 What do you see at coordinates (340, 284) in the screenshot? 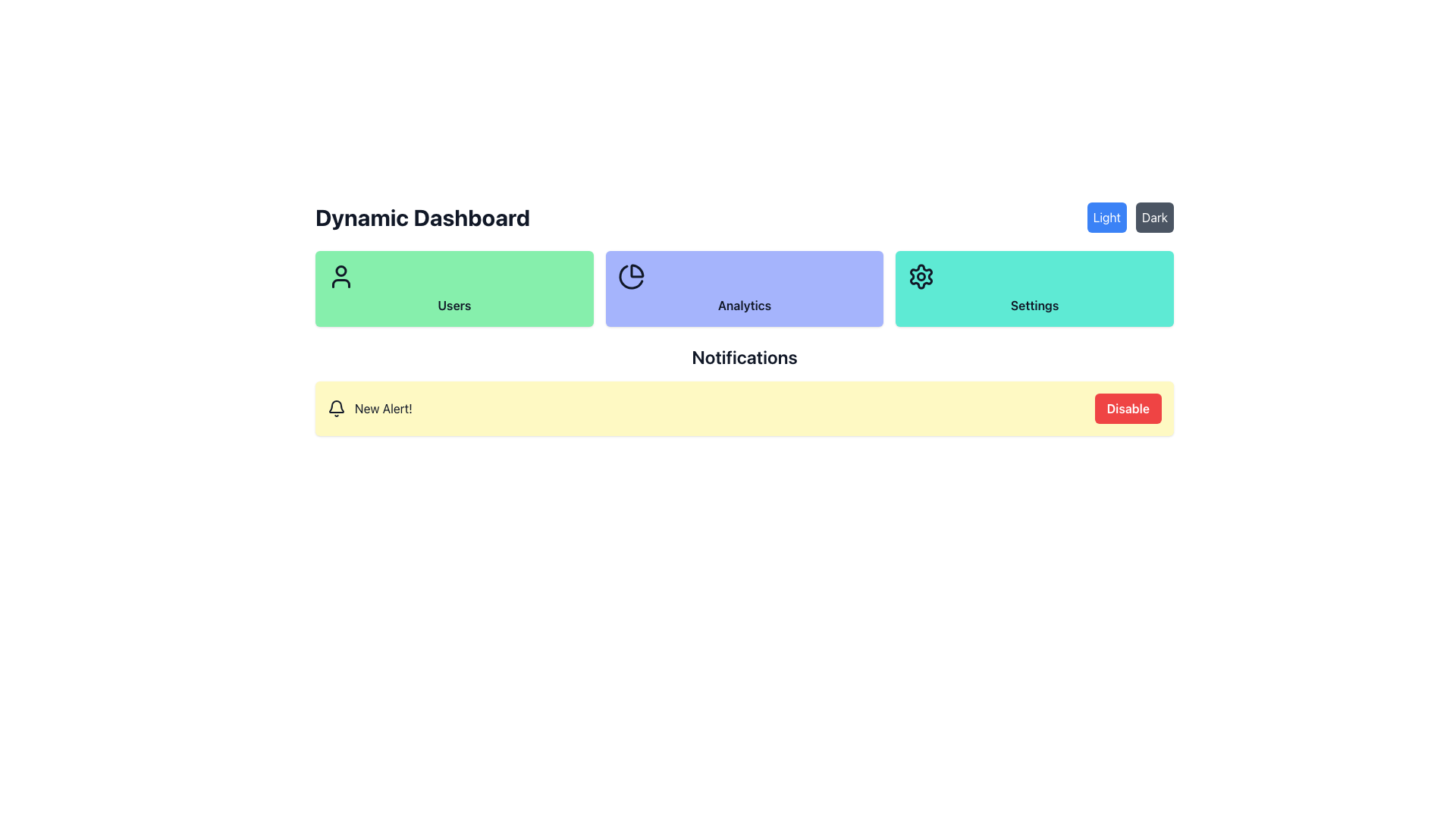
I see `the 'Users' button by clicking on its center, which is visually represented by the lower part of the user icon in the SVG graphic` at bounding box center [340, 284].